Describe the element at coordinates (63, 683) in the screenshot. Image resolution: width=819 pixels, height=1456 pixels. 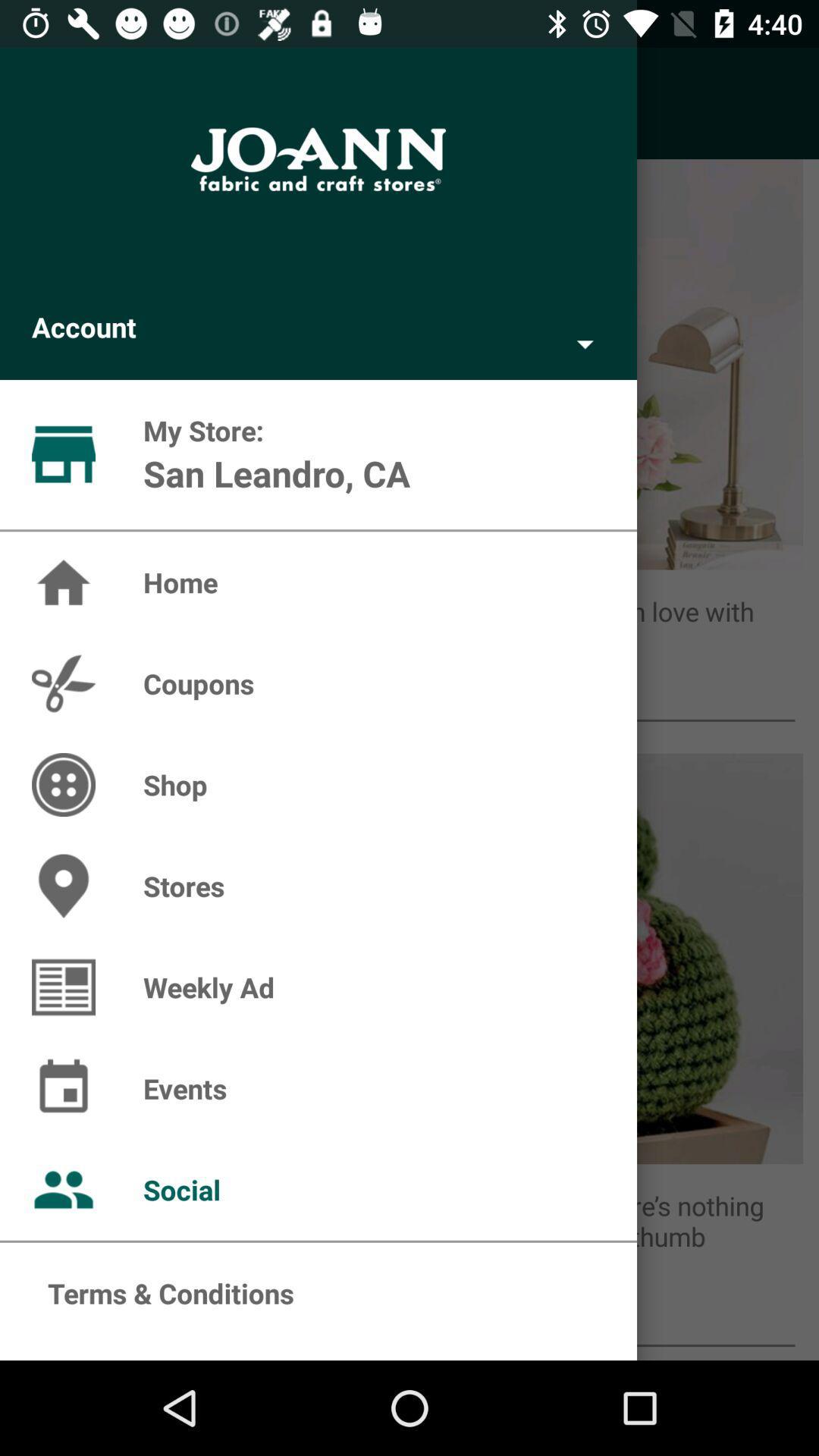
I see `scissor icon` at that location.